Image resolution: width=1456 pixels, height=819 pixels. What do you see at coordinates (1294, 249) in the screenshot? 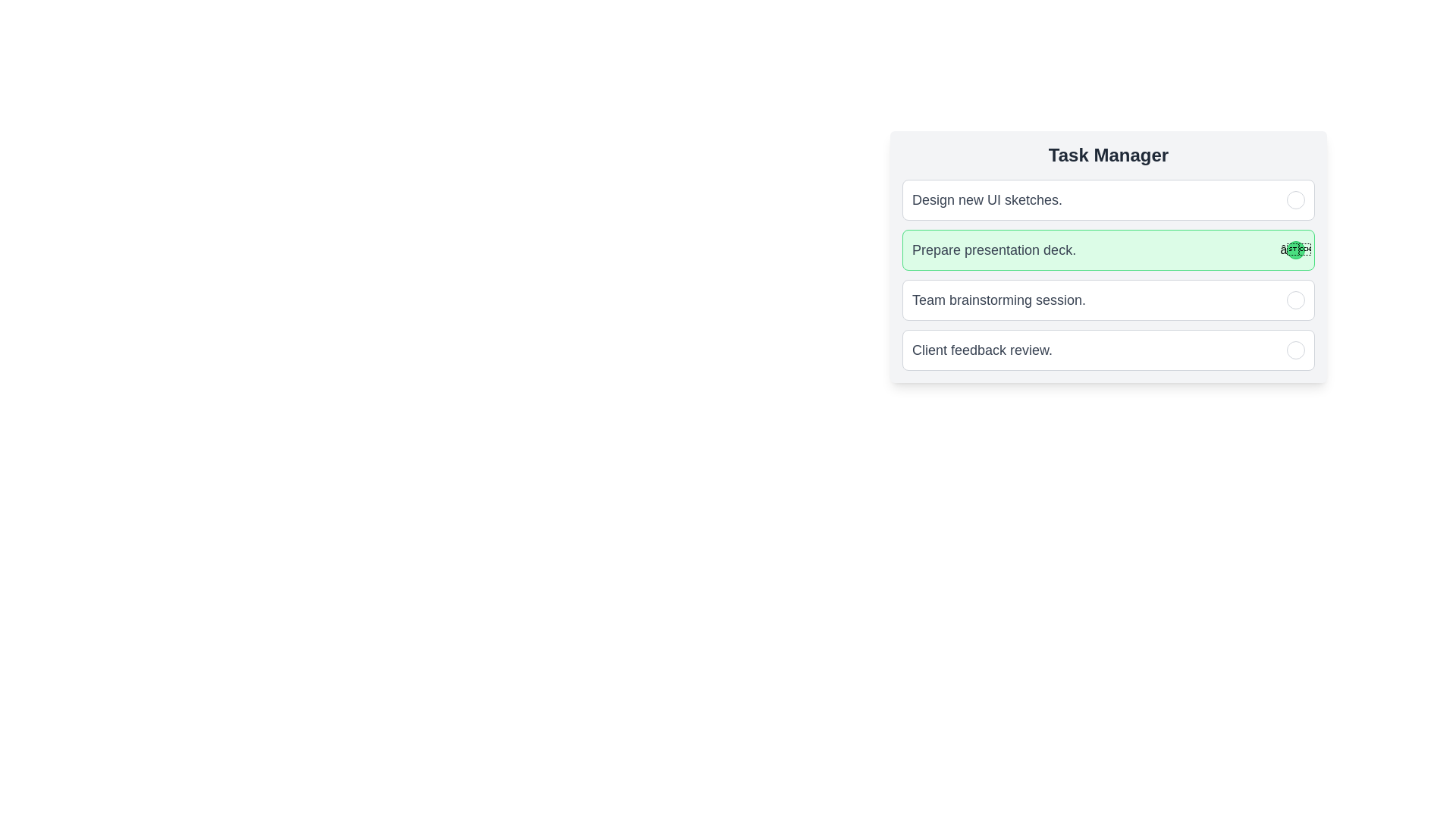
I see `the Status Indicator for the task 'Prepare presentation deck.' located at the rightmost side of the task row` at bounding box center [1294, 249].